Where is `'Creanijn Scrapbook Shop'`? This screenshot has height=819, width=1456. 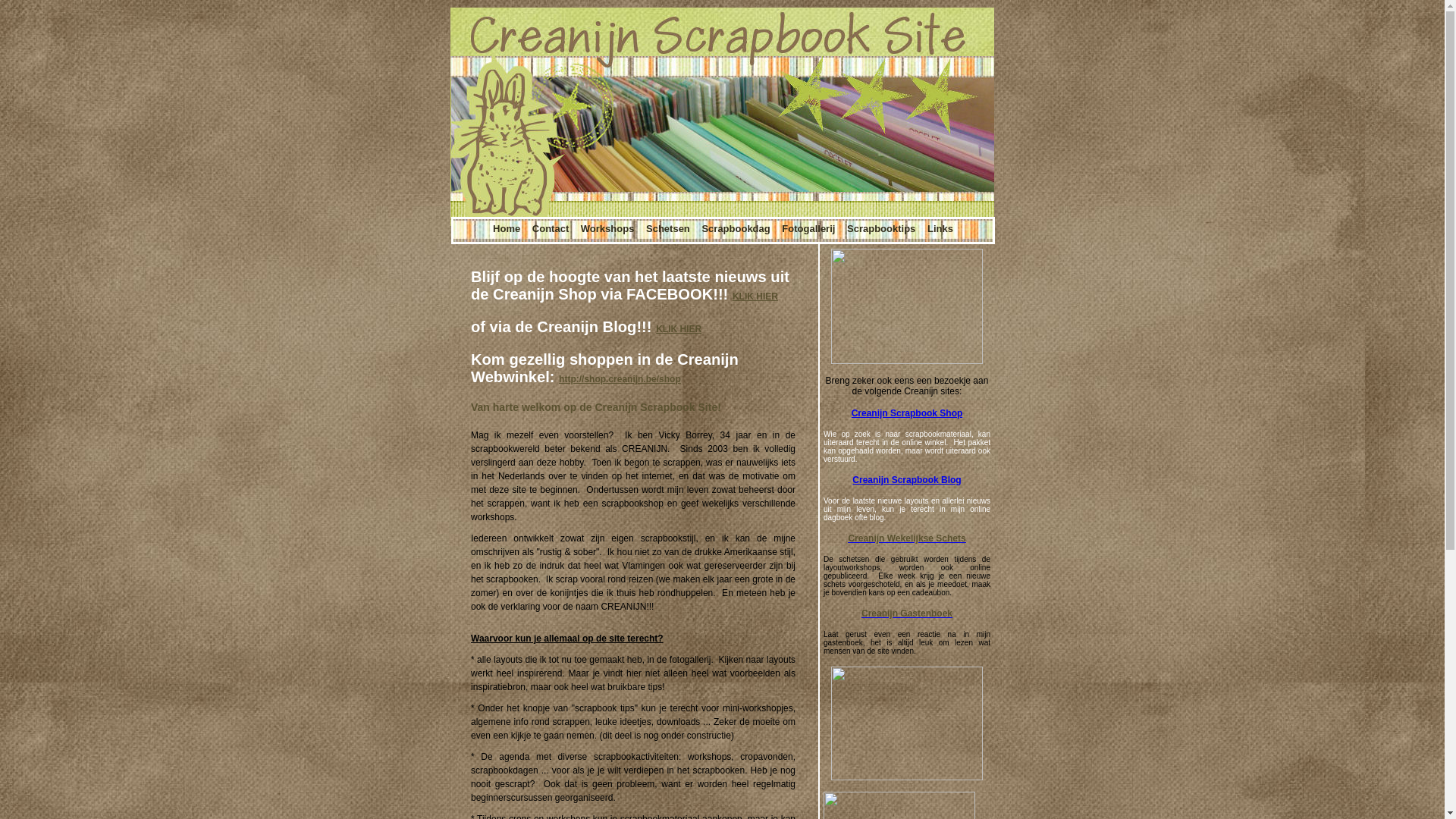 'Creanijn Scrapbook Shop' is located at coordinates (907, 413).